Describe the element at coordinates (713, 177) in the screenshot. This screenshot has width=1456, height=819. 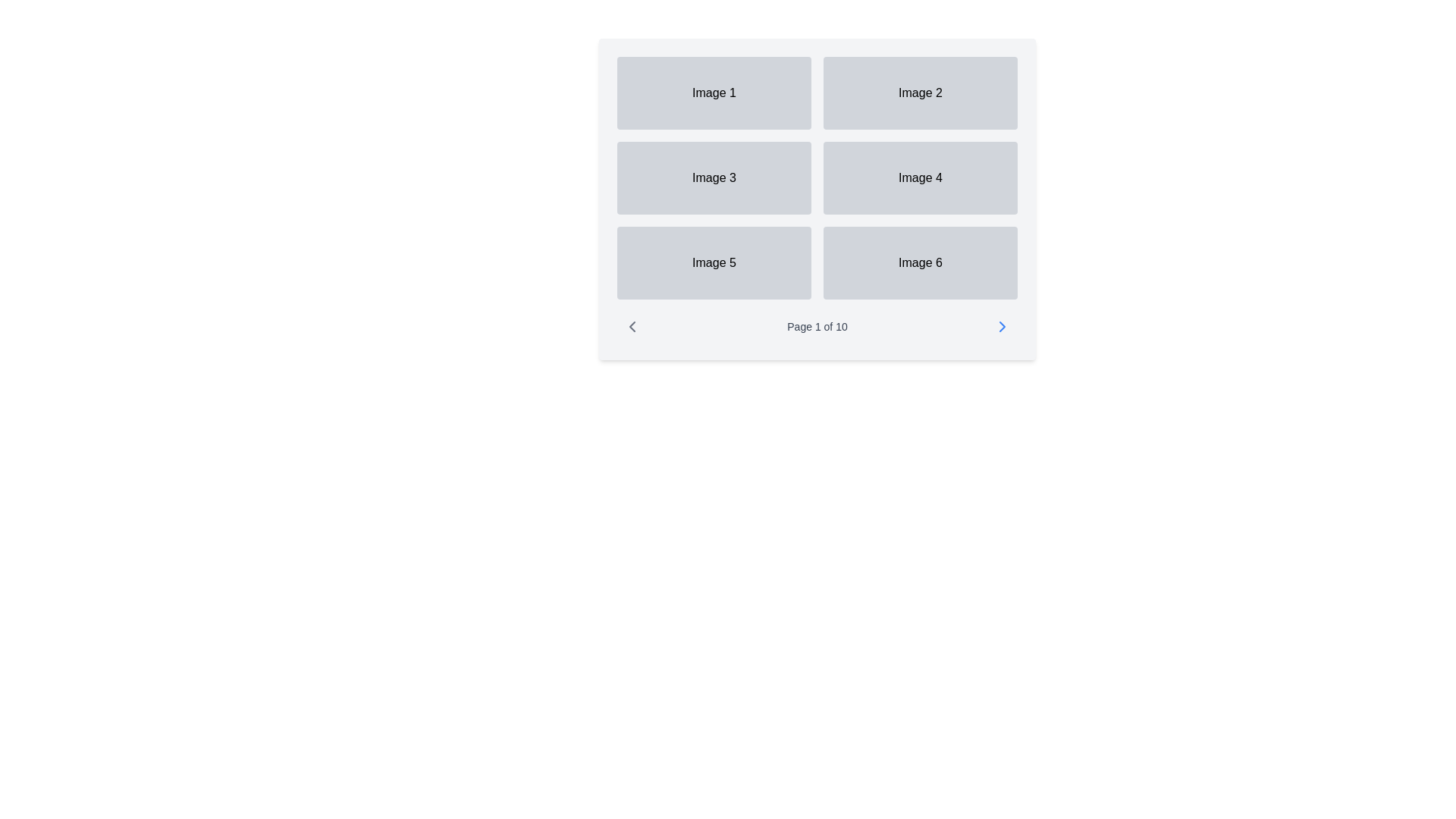
I see `the static label indicating 'Image 3', which is positioned in the second row, first column of a 2-column grid layout` at that location.